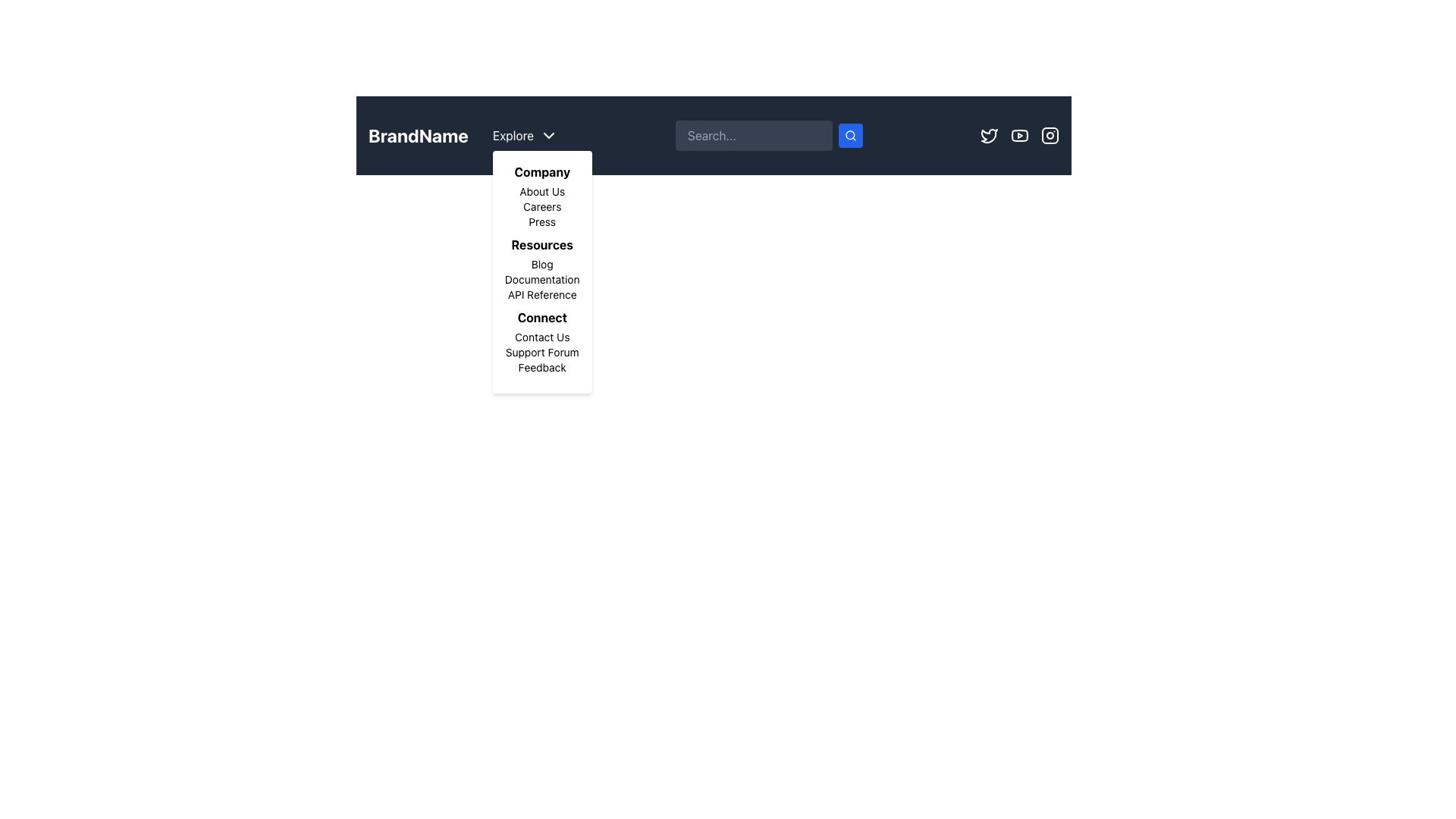 This screenshot has width=1456, height=819. Describe the element at coordinates (542, 353) in the screenshot. I see `the second text link in the dropdown menu labeled 'Connect'` at that location.